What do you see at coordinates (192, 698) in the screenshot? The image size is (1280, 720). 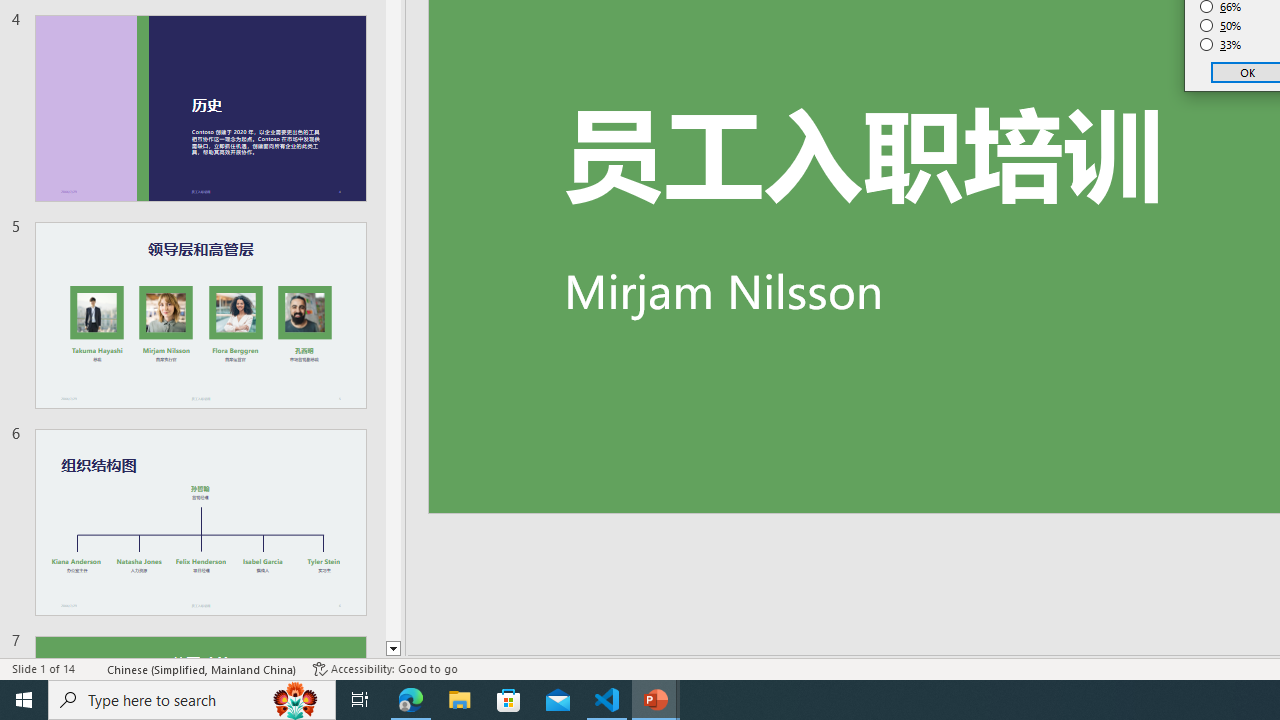 I see `'Type here to search'` at bounding box center [192, 698].